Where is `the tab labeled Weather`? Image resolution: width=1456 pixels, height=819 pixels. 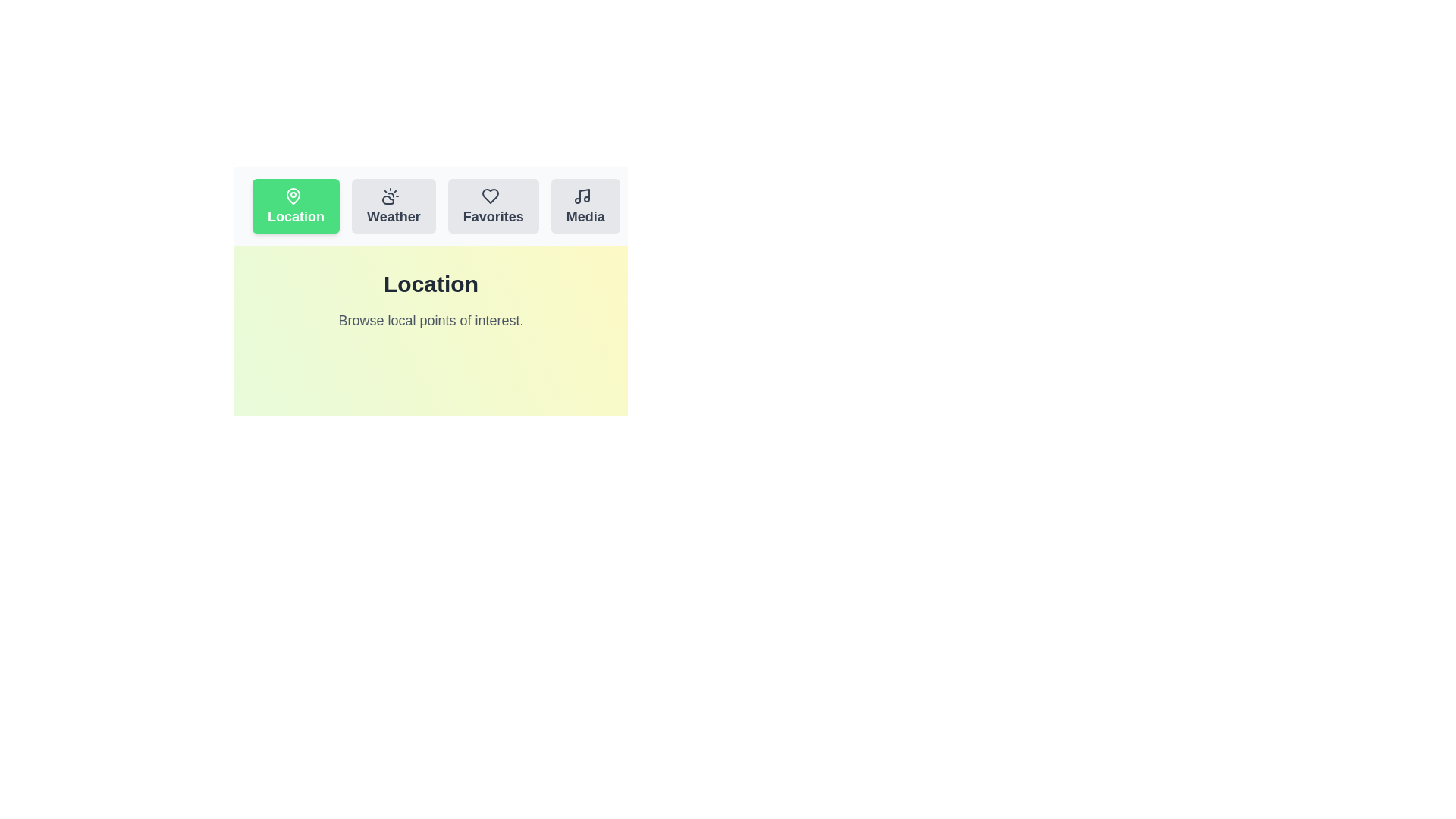
the tab labeled Weather is located at coordinates (394, 206).